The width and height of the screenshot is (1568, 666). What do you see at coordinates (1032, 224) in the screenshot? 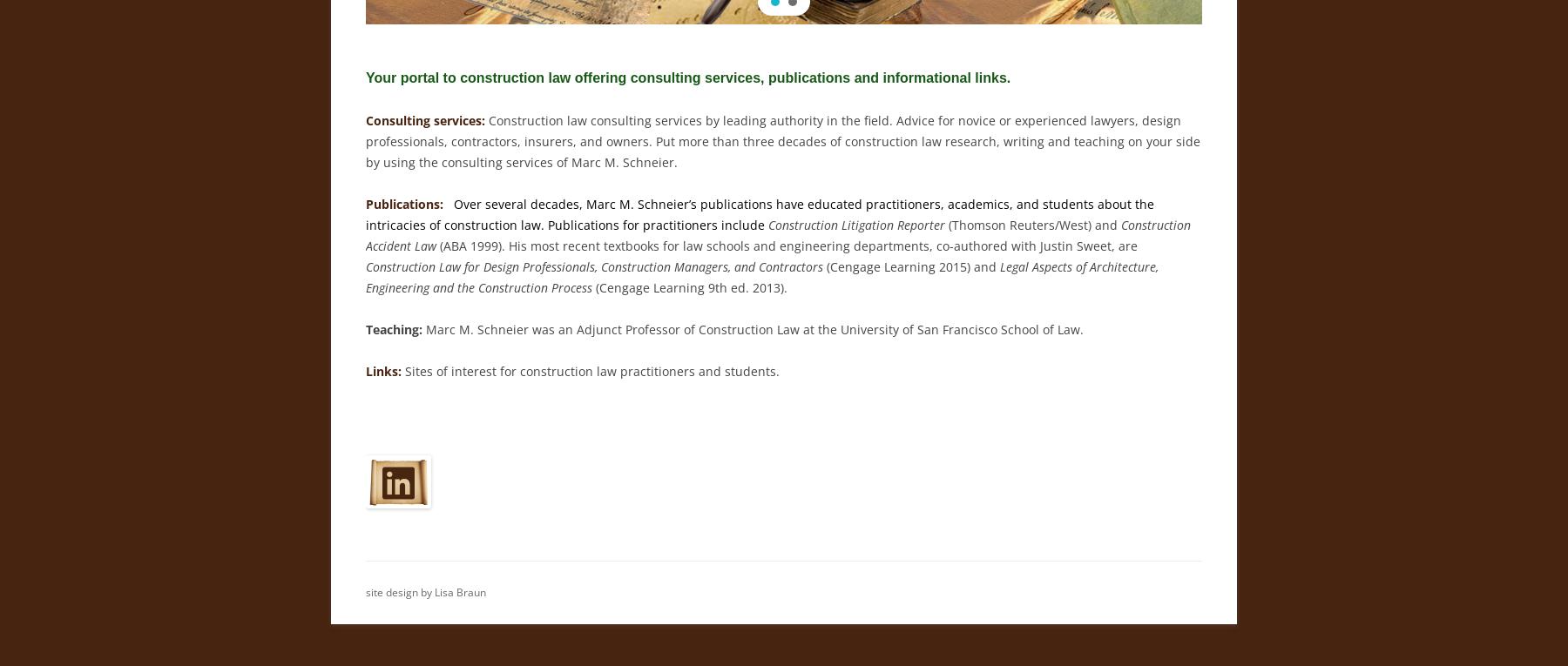
I see `'(Thomson Reuters/West) and'` at bounding box center [1032, 224].